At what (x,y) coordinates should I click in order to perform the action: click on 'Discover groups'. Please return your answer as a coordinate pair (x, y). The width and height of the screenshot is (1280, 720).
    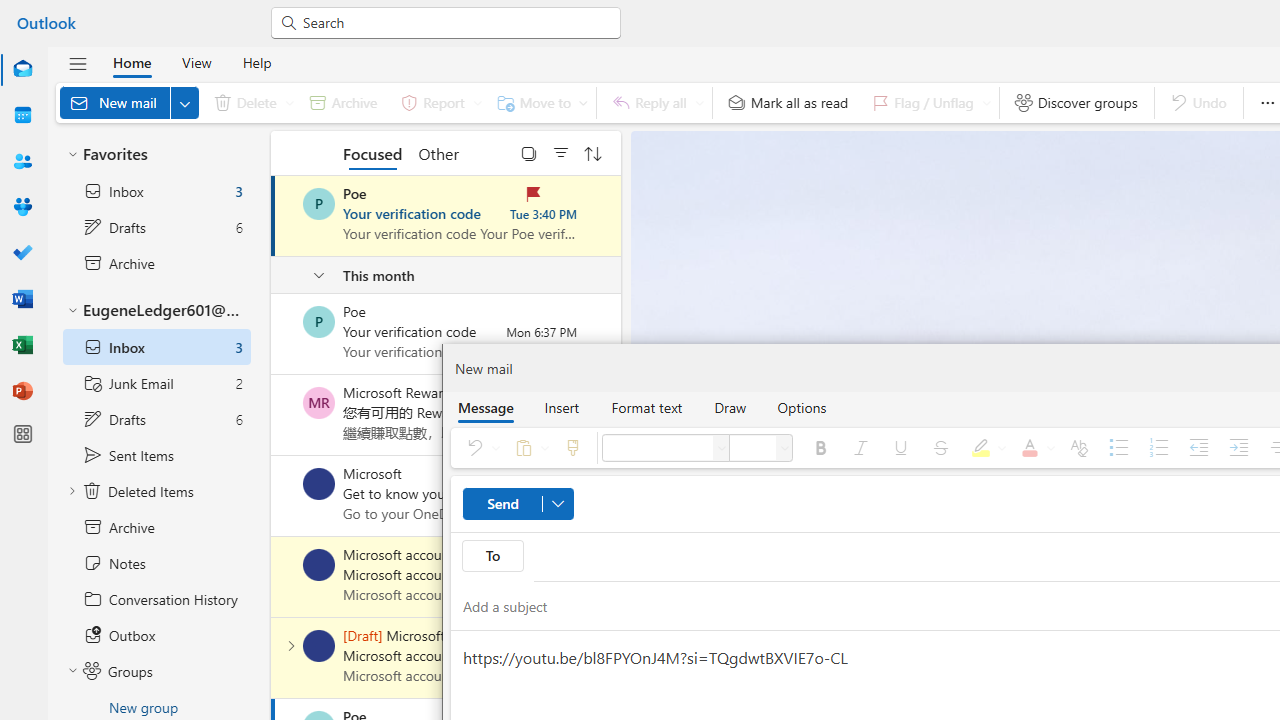
    Looking at the image, I should click on (1075, 102).